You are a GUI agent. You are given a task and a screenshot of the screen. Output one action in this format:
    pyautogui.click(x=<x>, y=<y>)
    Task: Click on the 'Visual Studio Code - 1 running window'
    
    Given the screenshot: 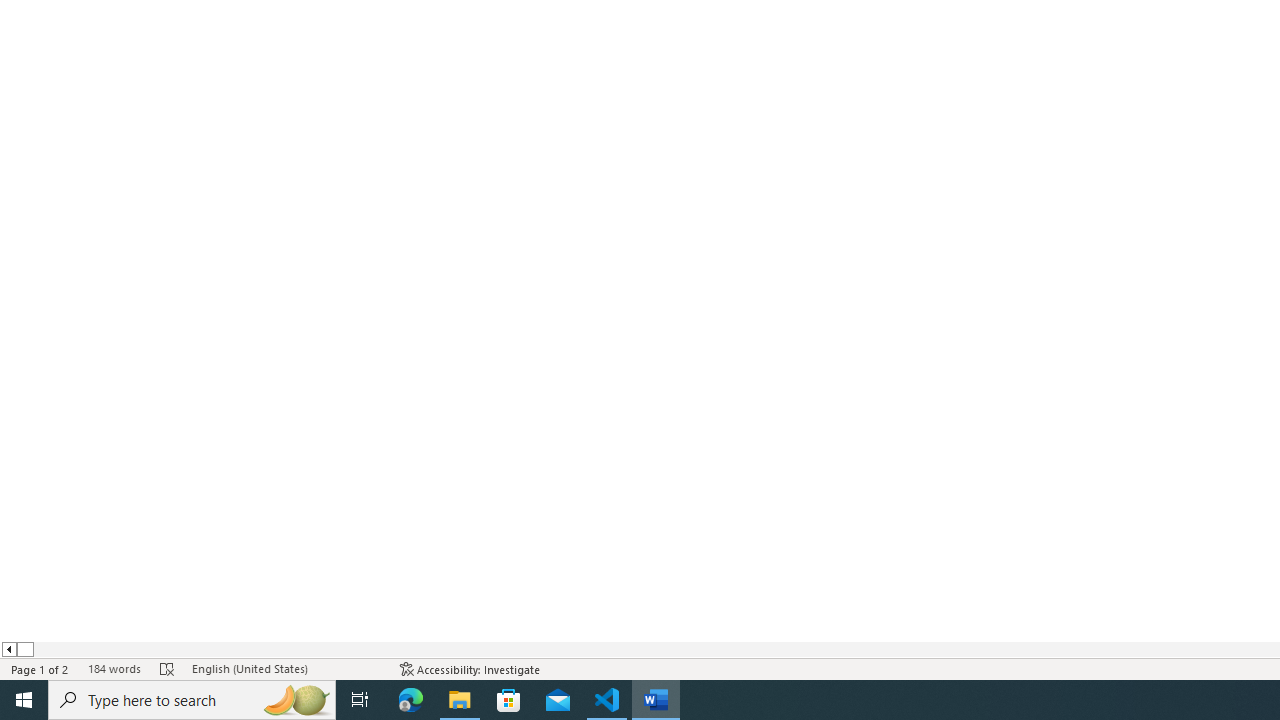 What is the action you would take?
    pyautogui.click(x=606, y=698)
    